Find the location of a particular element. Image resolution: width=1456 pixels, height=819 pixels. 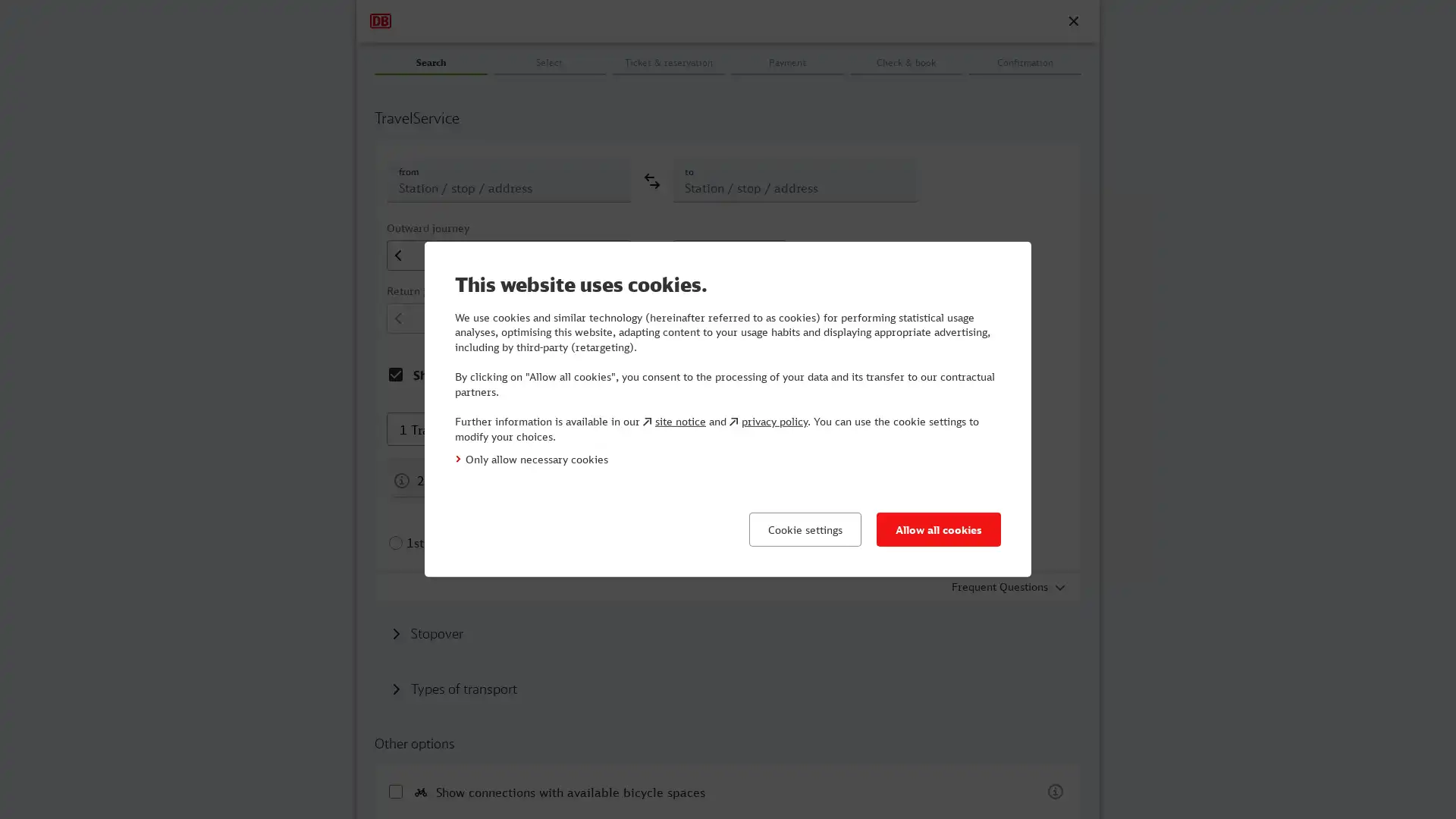

Change start and destination is located at coordinates (651, 180).